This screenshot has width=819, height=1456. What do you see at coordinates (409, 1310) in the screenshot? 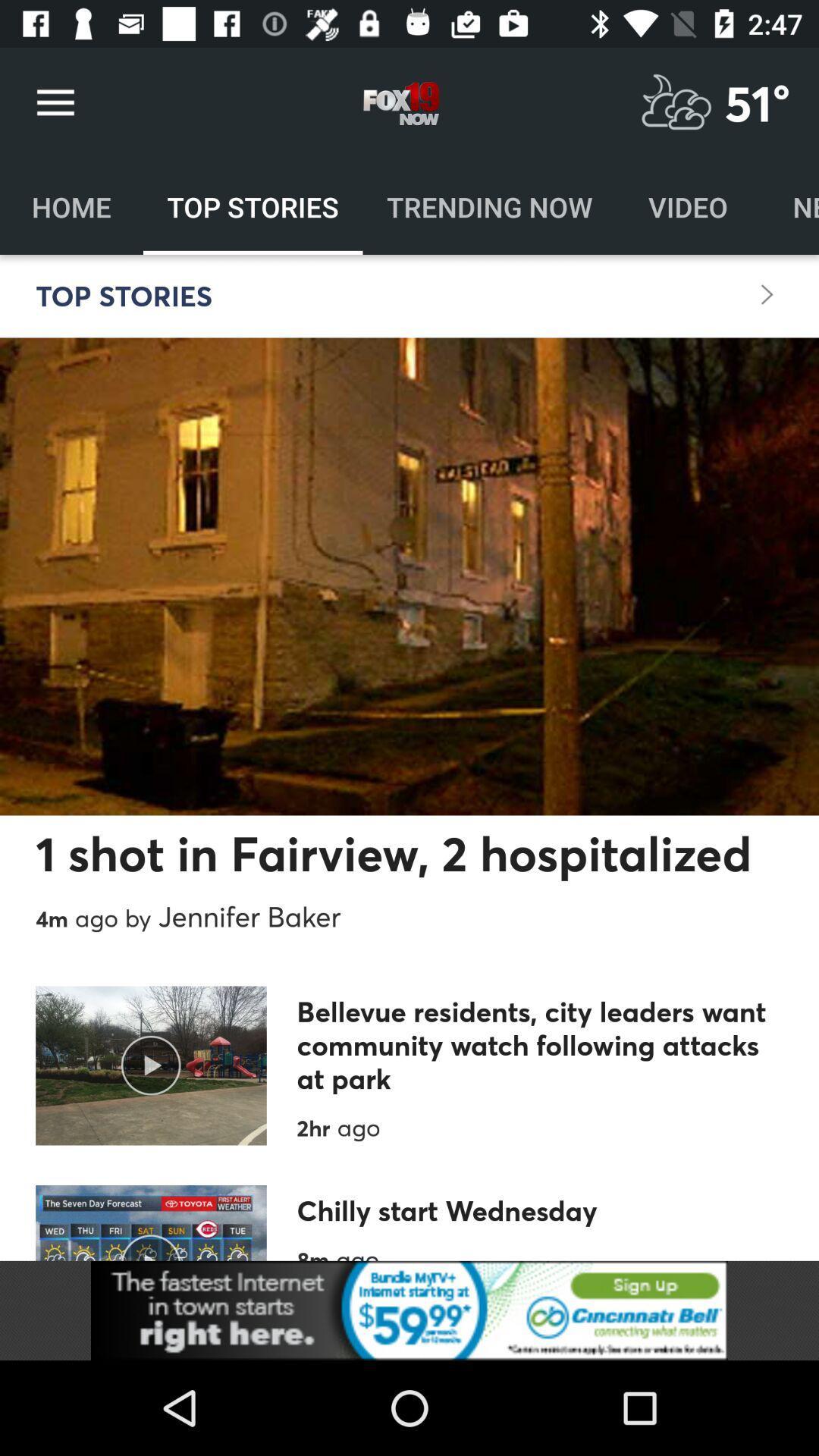
I see `advertisement space` at bounding box center [409, 1310].